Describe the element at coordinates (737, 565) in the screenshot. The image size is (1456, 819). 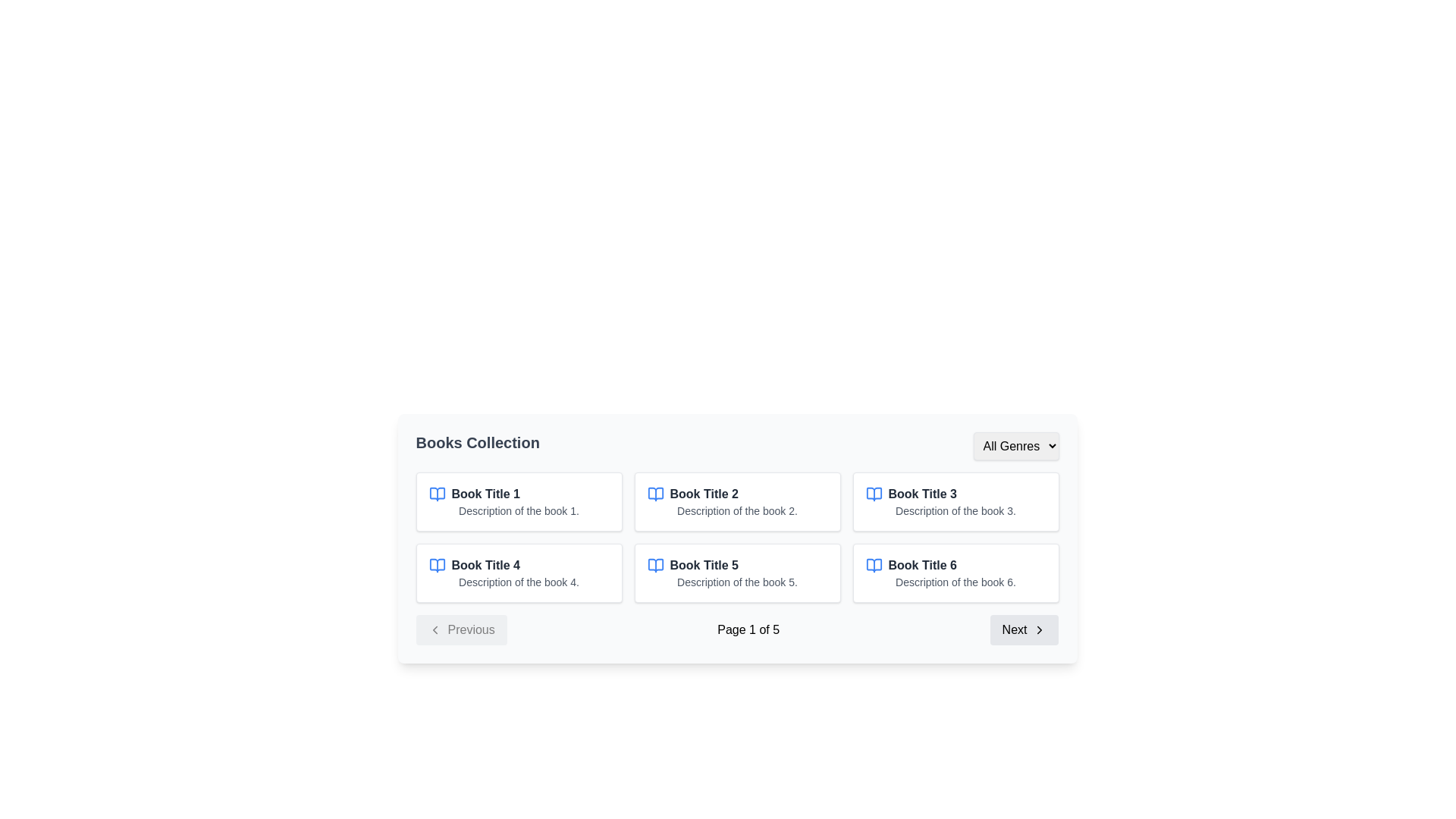
I see `the clickable item representing the book titled 'Book Title 5' in the 'Books Collection' section` at that location.